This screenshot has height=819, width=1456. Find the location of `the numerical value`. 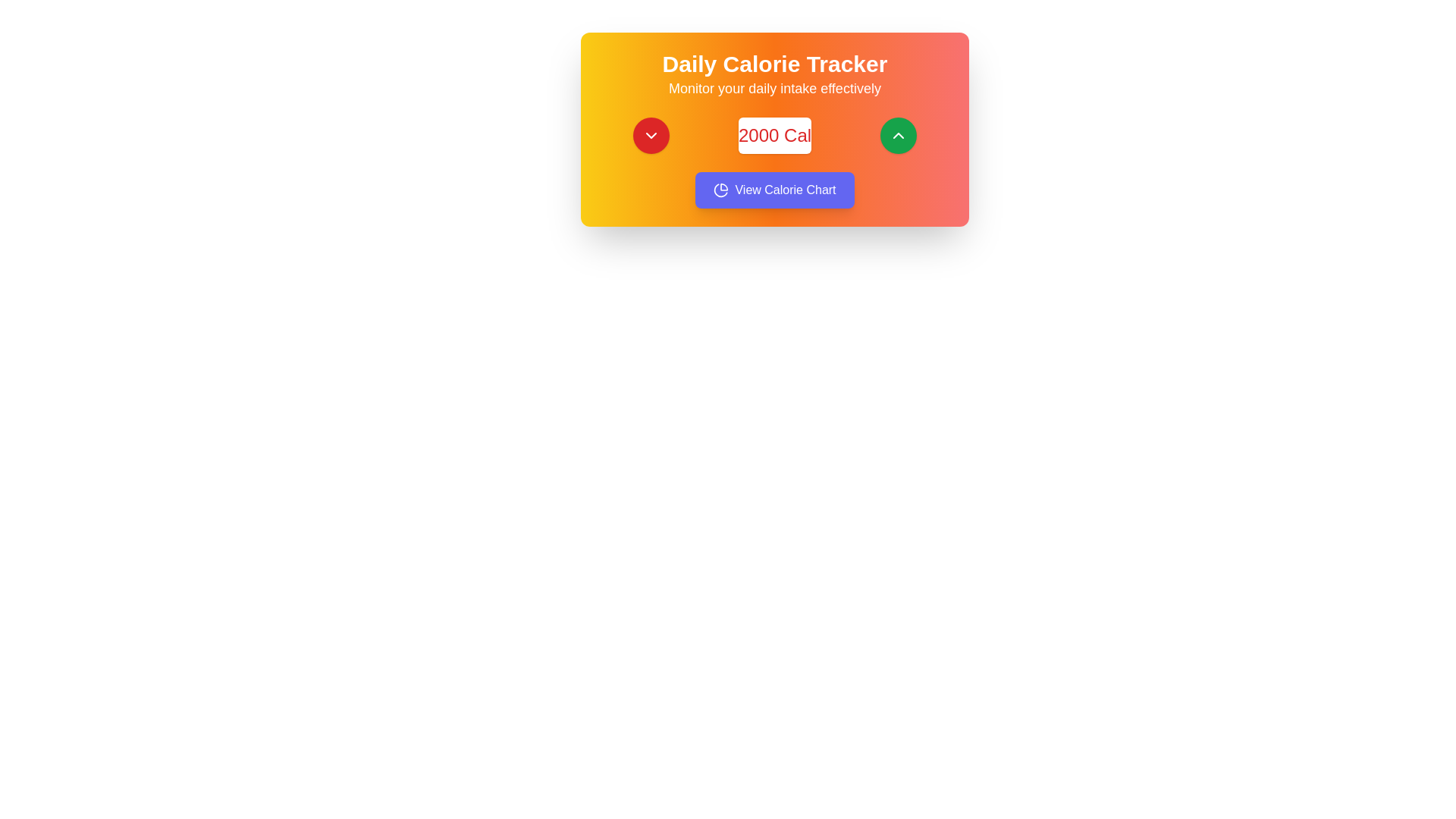

the numerical value is located at coordinates (775, 134).